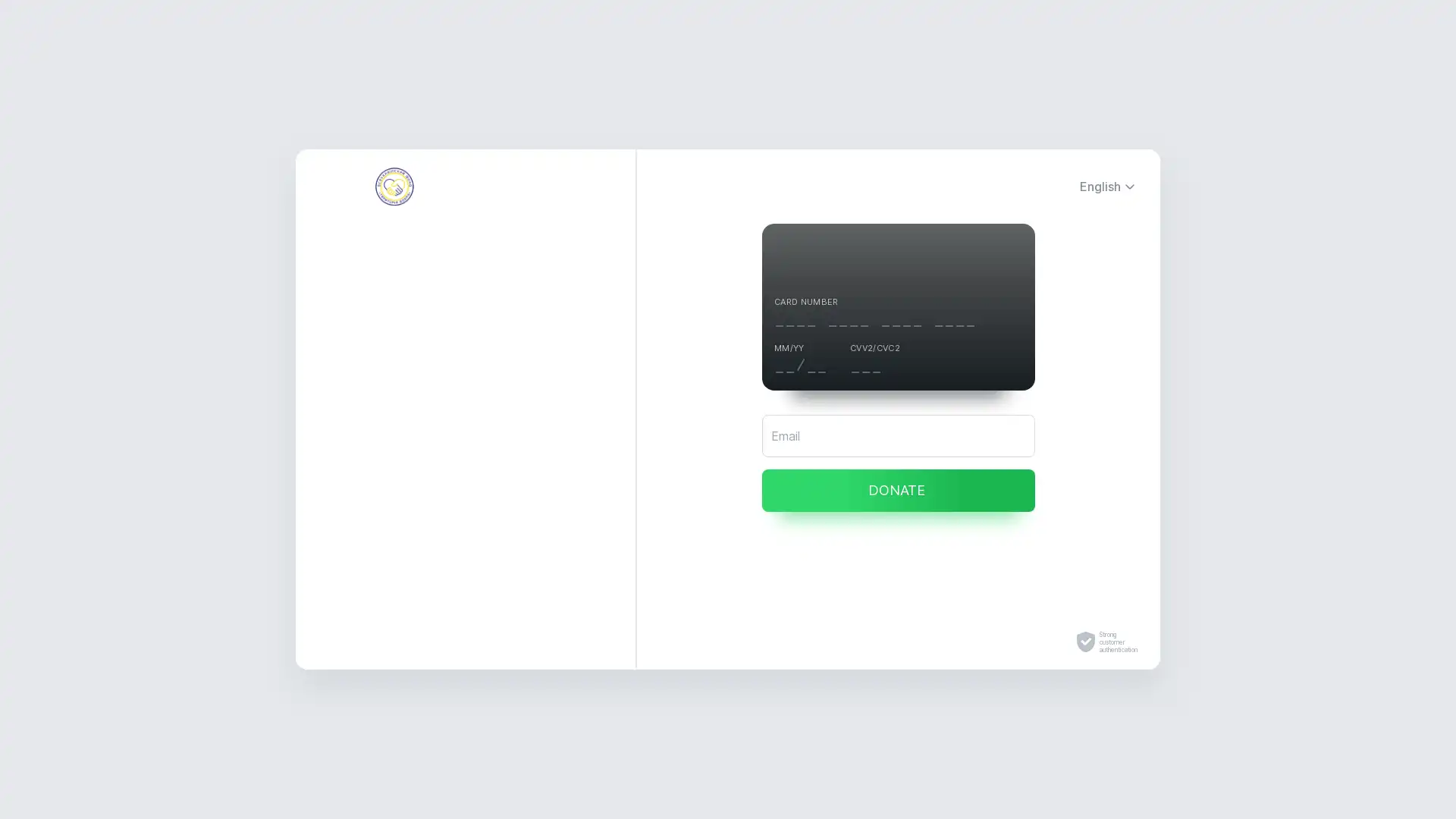 This screenshot has height=819, width=1456. What do you see at coordinates (465, 350) in the screenshot?
I see `Card` at bounding box center [465, 350].